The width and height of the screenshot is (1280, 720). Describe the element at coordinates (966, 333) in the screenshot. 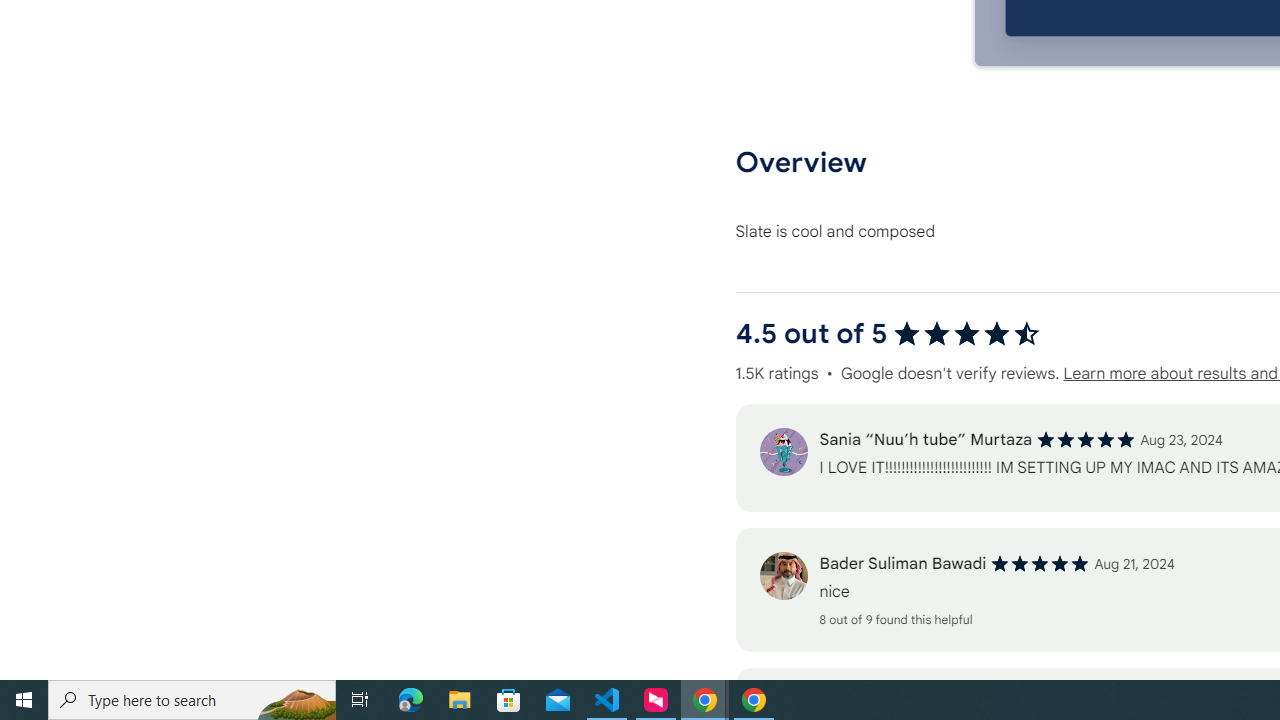

I see `'4.5 out of 5 stars'` at that location.